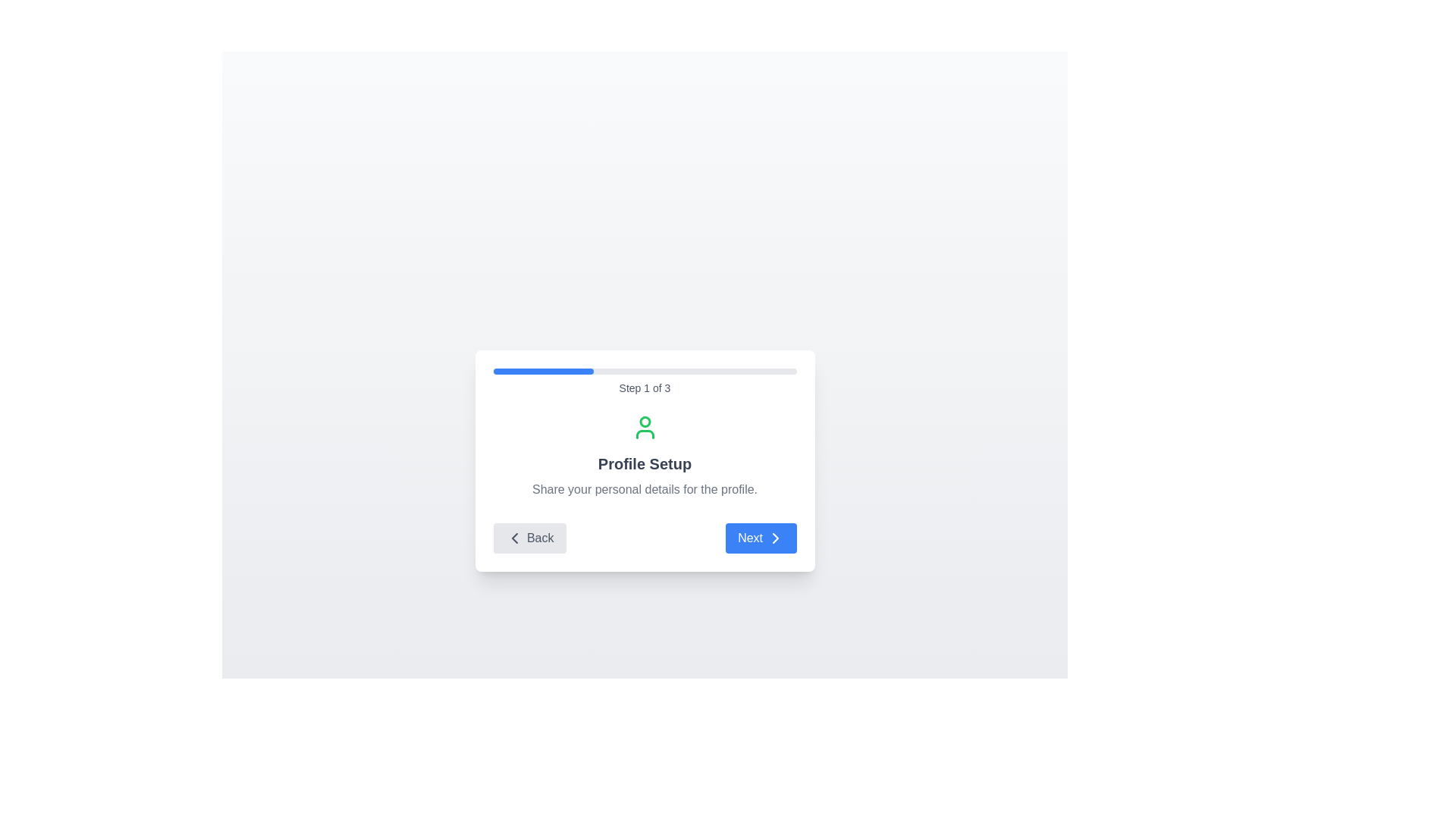 The image size is (1456, 819). Describe the element at coordinates (645, 381) in the screenshot. I see `the Progress Indicator with Descriptive Text located above the 'Profile Setup' title` at that location.